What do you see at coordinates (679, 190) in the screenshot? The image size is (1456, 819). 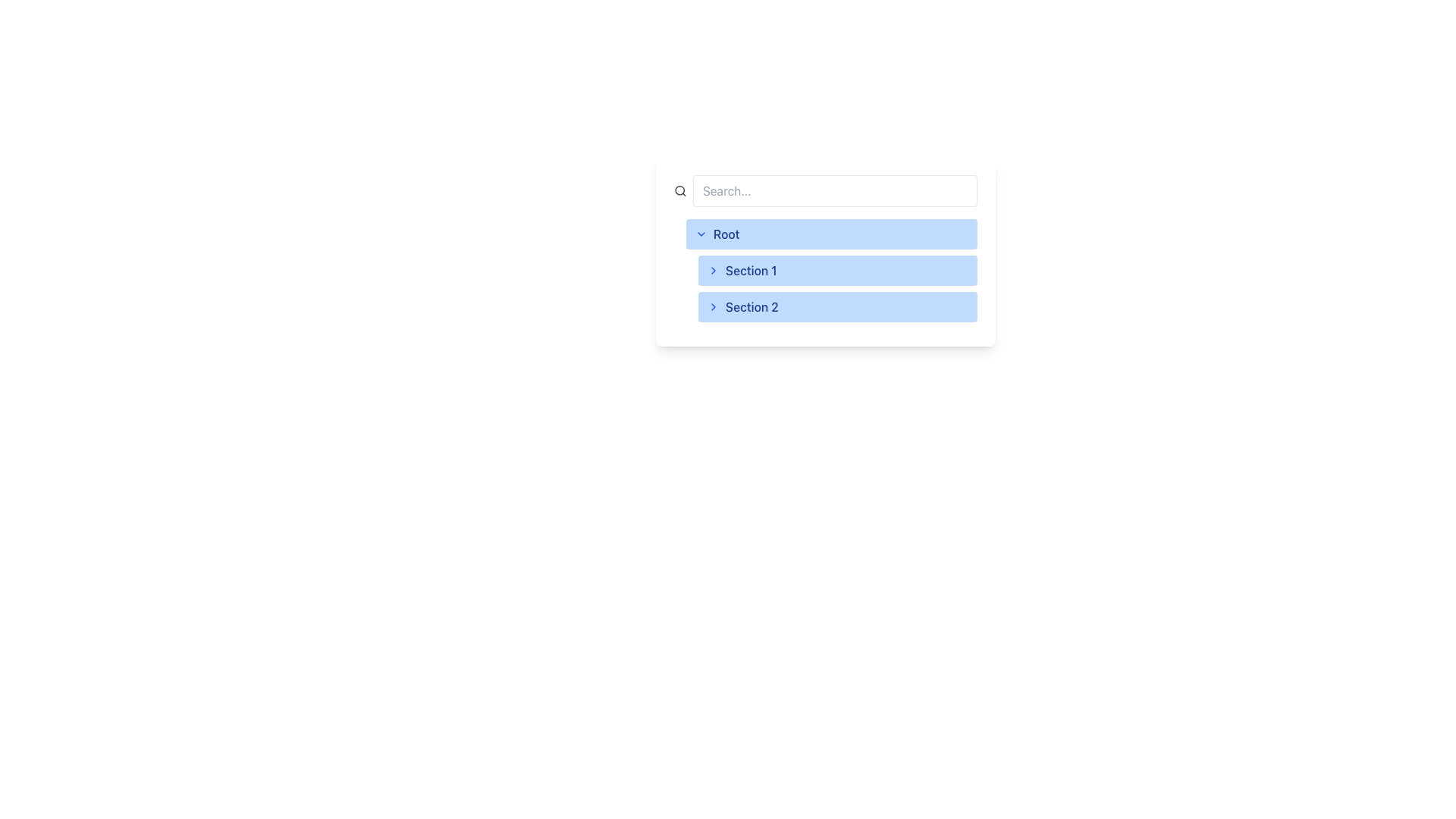 I see `the small minimalist magnifying glass icon located to the left of the search input box` at bounding box center [679, 190].